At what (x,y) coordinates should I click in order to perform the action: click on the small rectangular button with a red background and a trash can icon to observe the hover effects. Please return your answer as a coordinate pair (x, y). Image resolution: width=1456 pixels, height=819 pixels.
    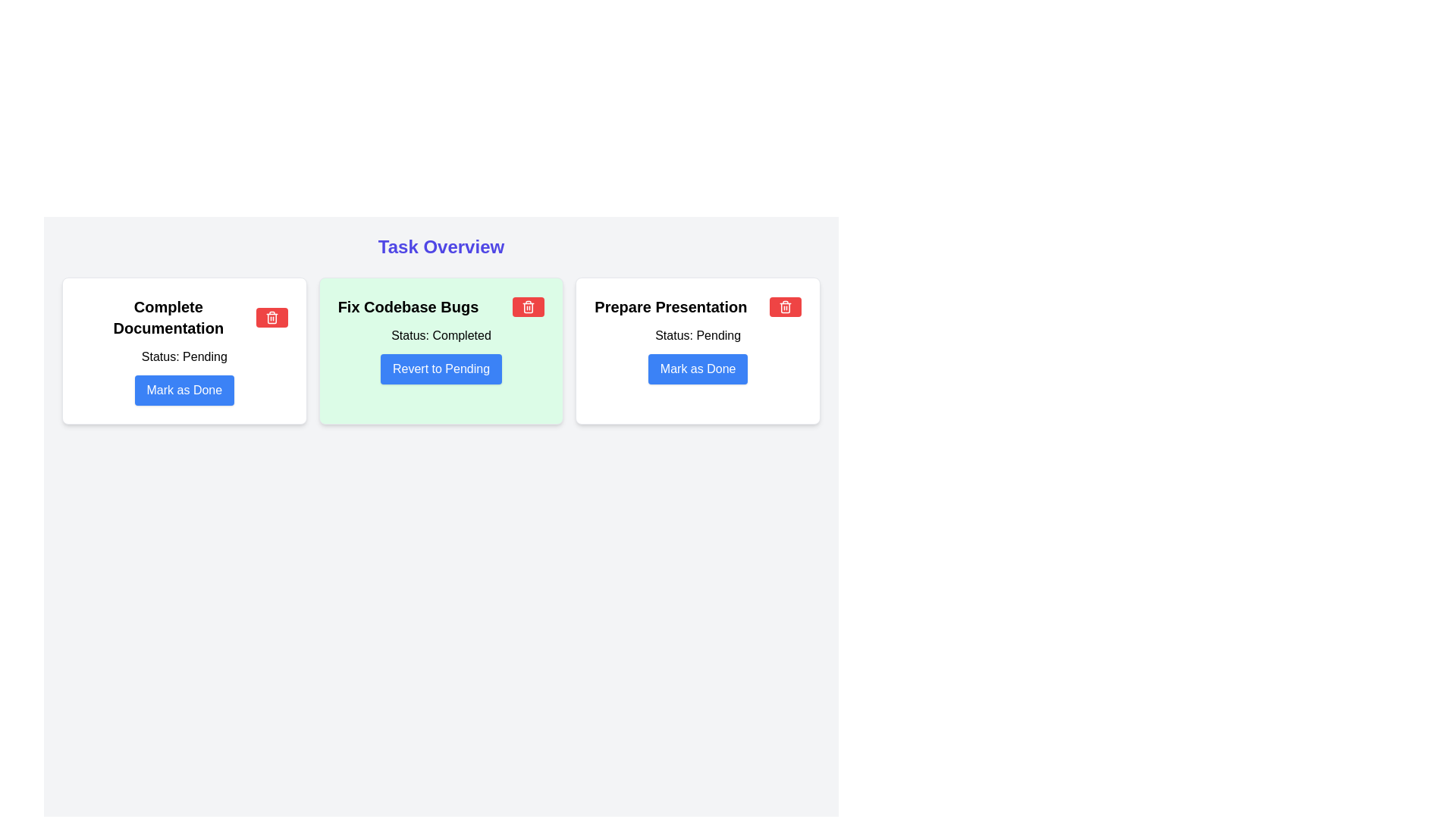
    Looking at the image, I should click on (271, 317).